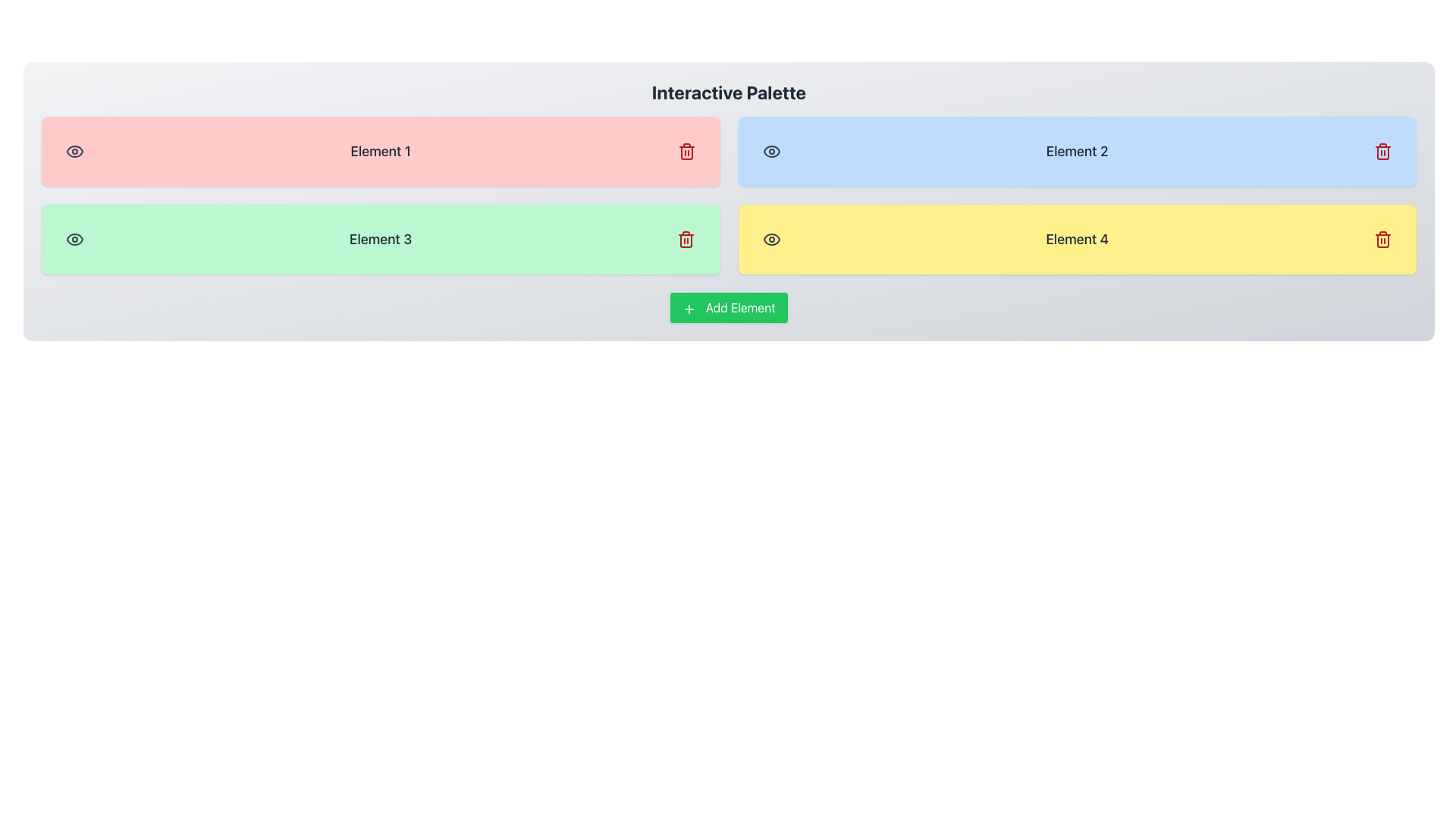 Image resolution: width=1456 pixels, height=819 pixels. What do you see at coordinates (74, 239) in the screenshot?
I see `the eye-shaped icon within the green rectangular box labeled 'Element 3'` at bounding box center [74, 239].